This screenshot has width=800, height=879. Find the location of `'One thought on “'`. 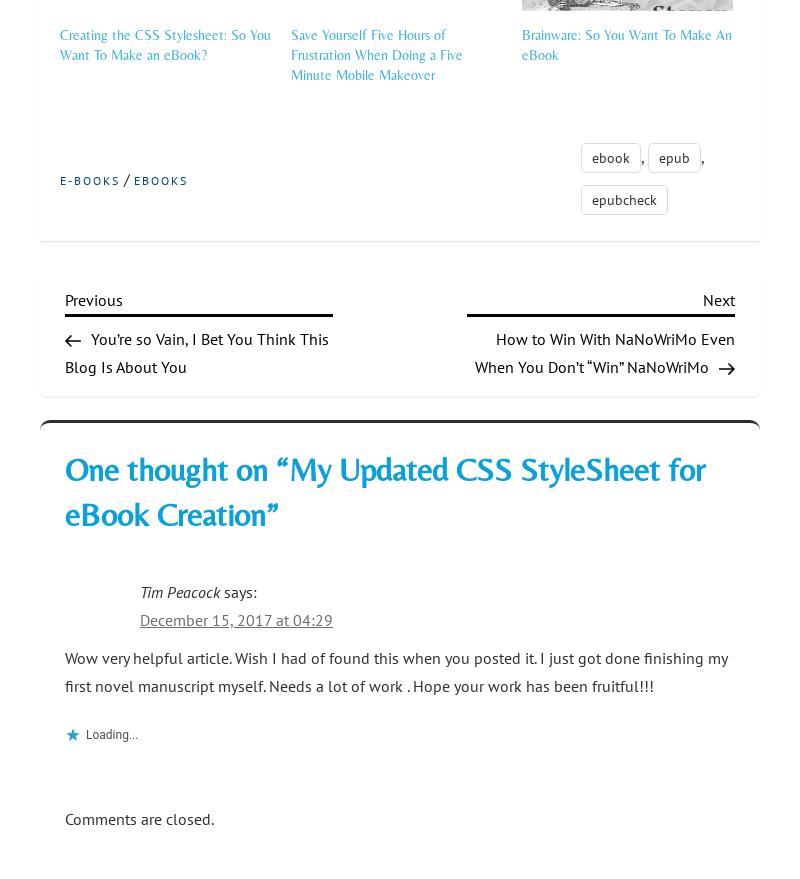

'One thought on “' is located at coordinates (64, 469).